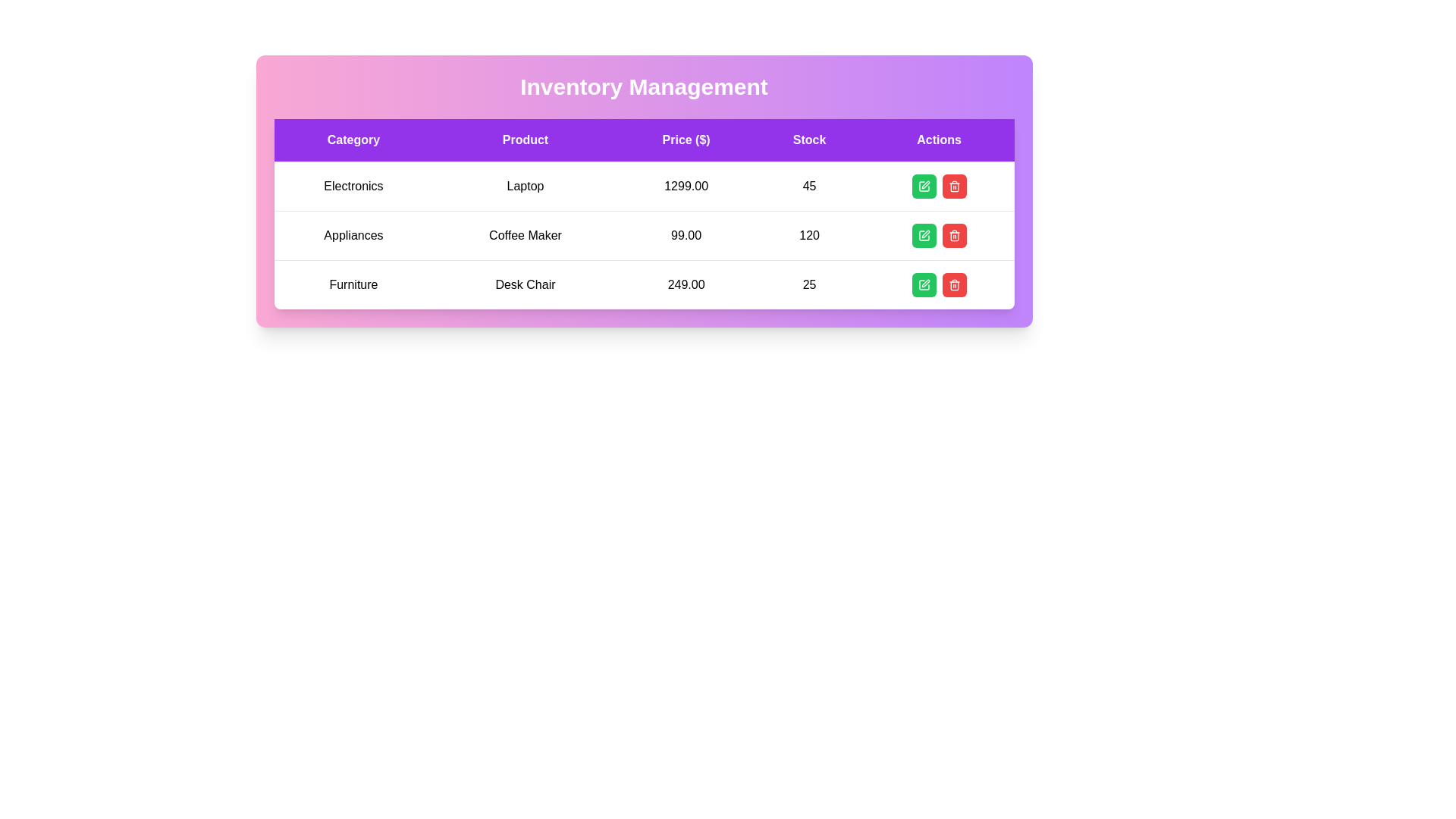 This screenshot has width=1456, height=819. What do you see at coordinates (953, 187) in the screenshot?
I see `the trash bin icon within the red delete button located on the rightmost side of the second row of the table corresponding to 'Appliances - Coffee Maker'` at bounding box center [953, 187].